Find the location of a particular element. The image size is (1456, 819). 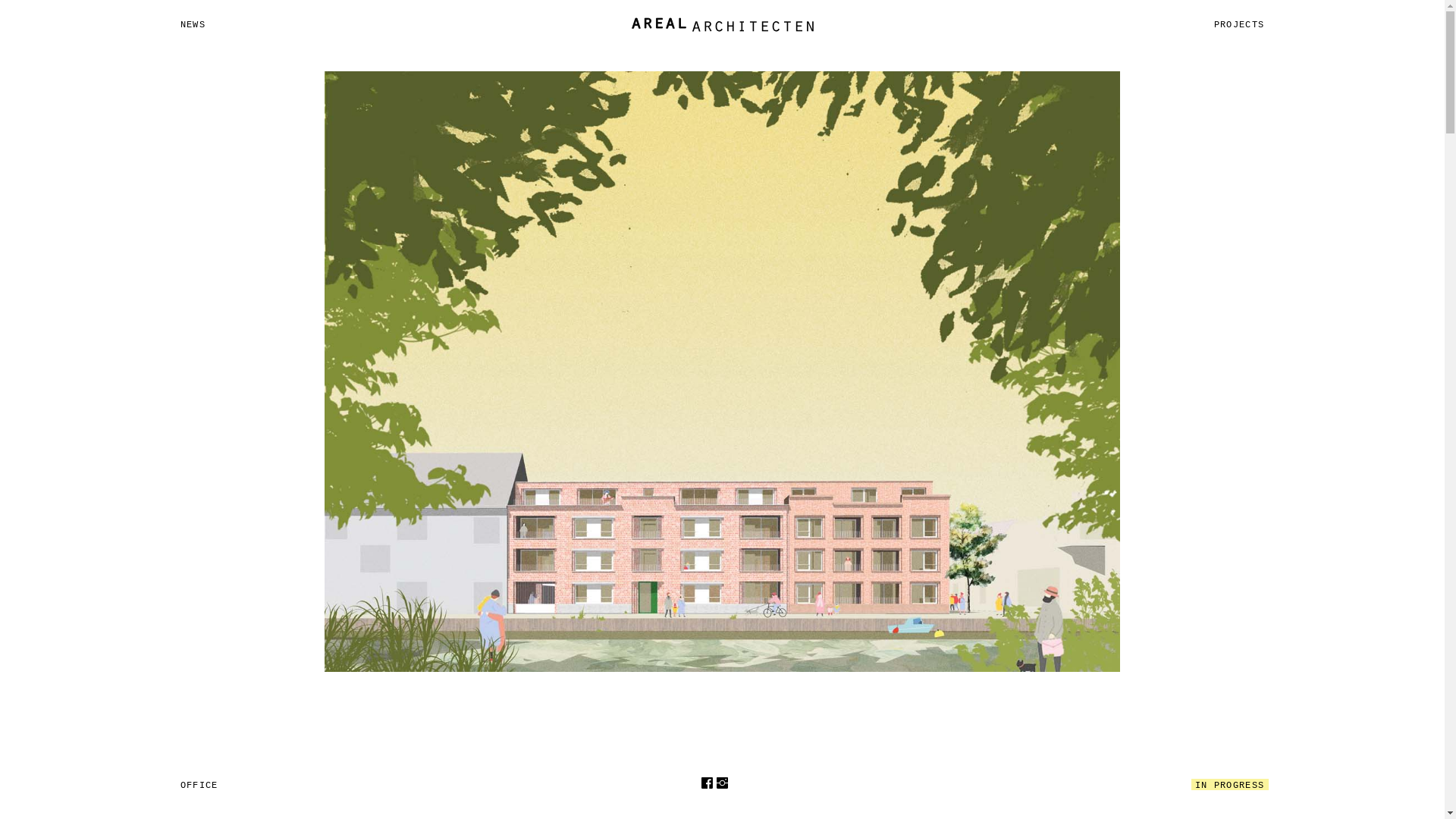

'Home' is located at coordinates (720, 24).